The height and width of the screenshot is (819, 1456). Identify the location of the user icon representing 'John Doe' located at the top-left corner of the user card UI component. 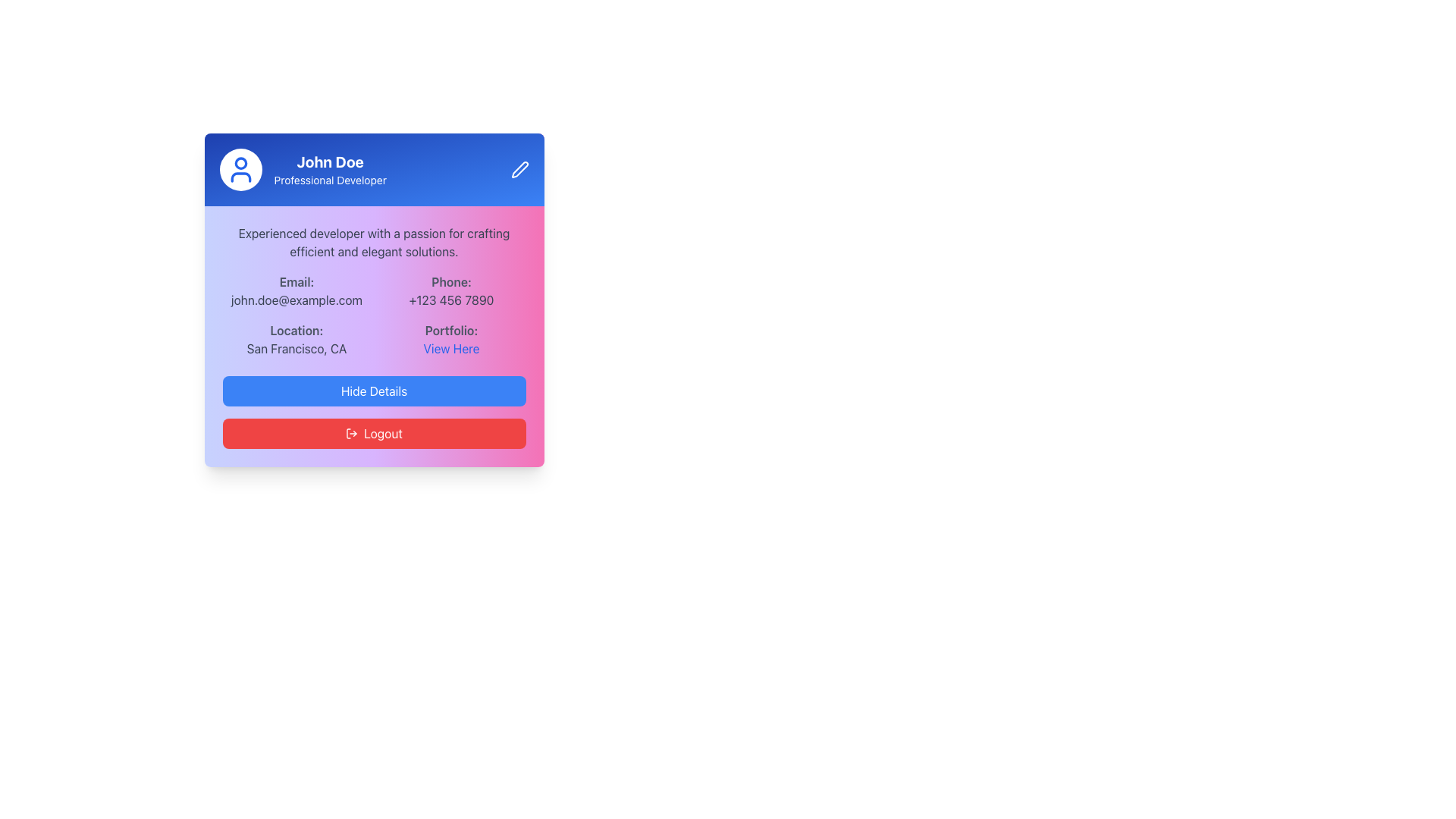
(240, 169).